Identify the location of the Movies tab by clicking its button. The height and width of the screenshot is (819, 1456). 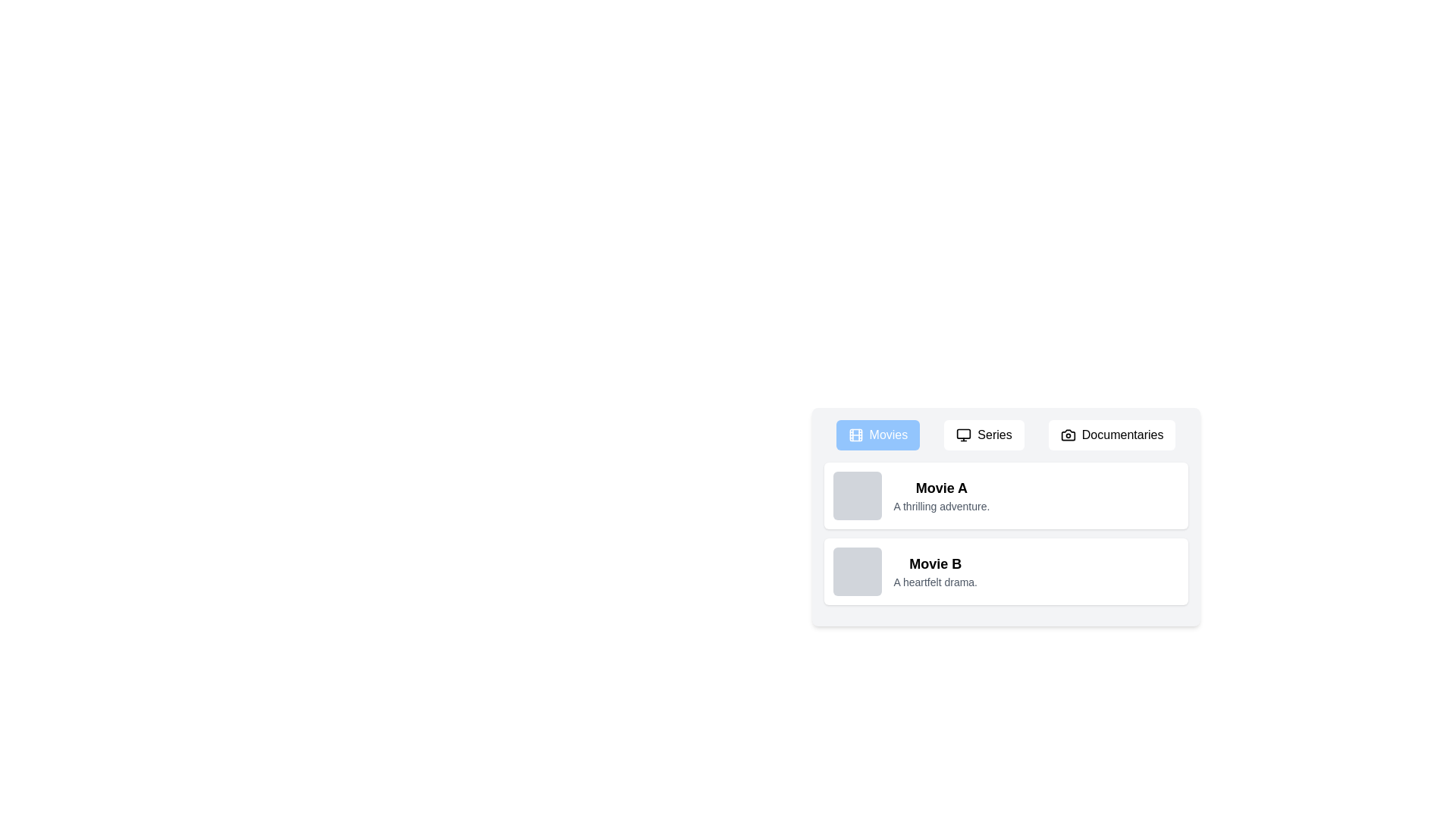
(877, 435).